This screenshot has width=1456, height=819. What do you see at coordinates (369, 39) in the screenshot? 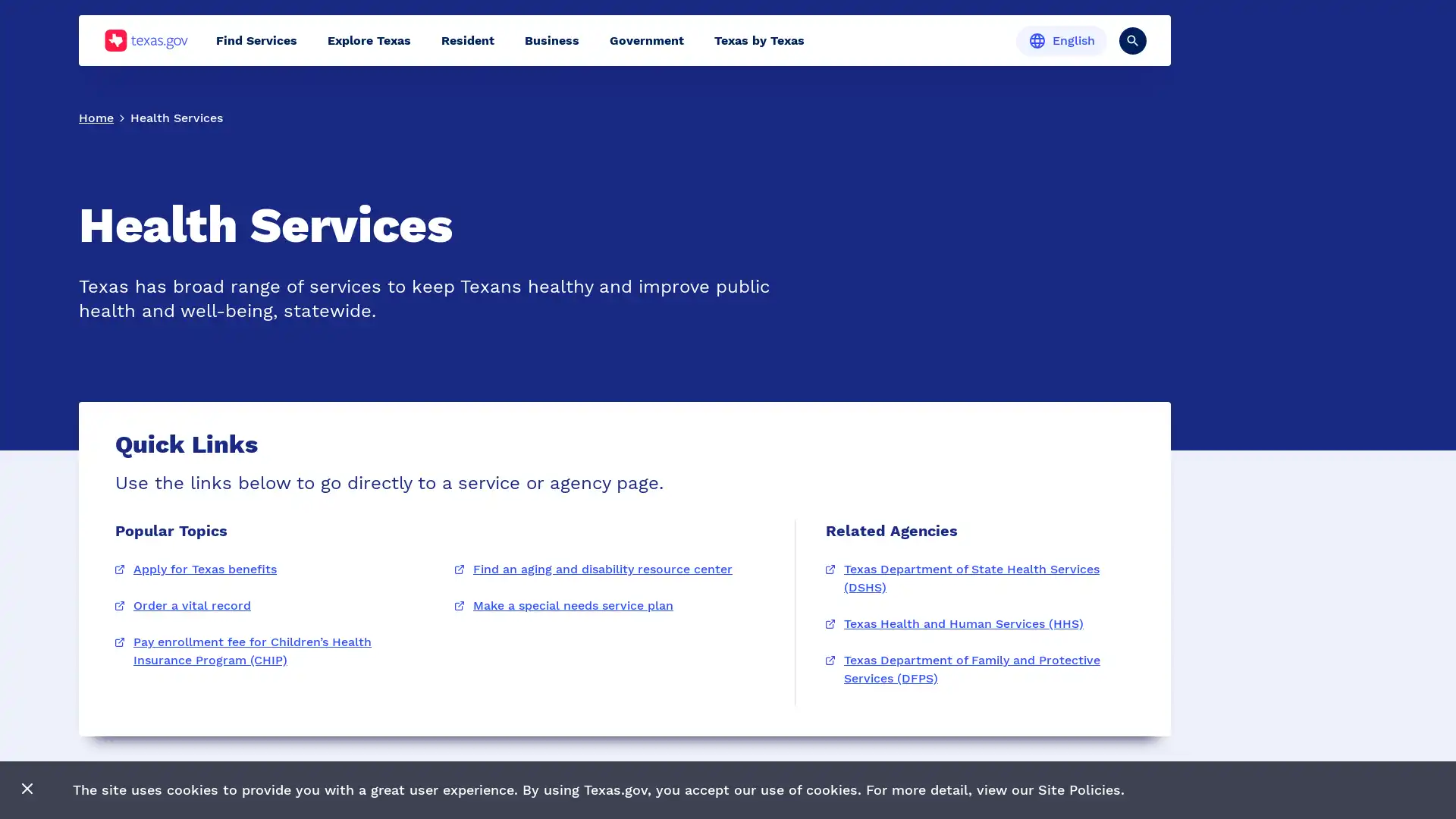
I see `Explore Texas` at bounding box center [369, 39].